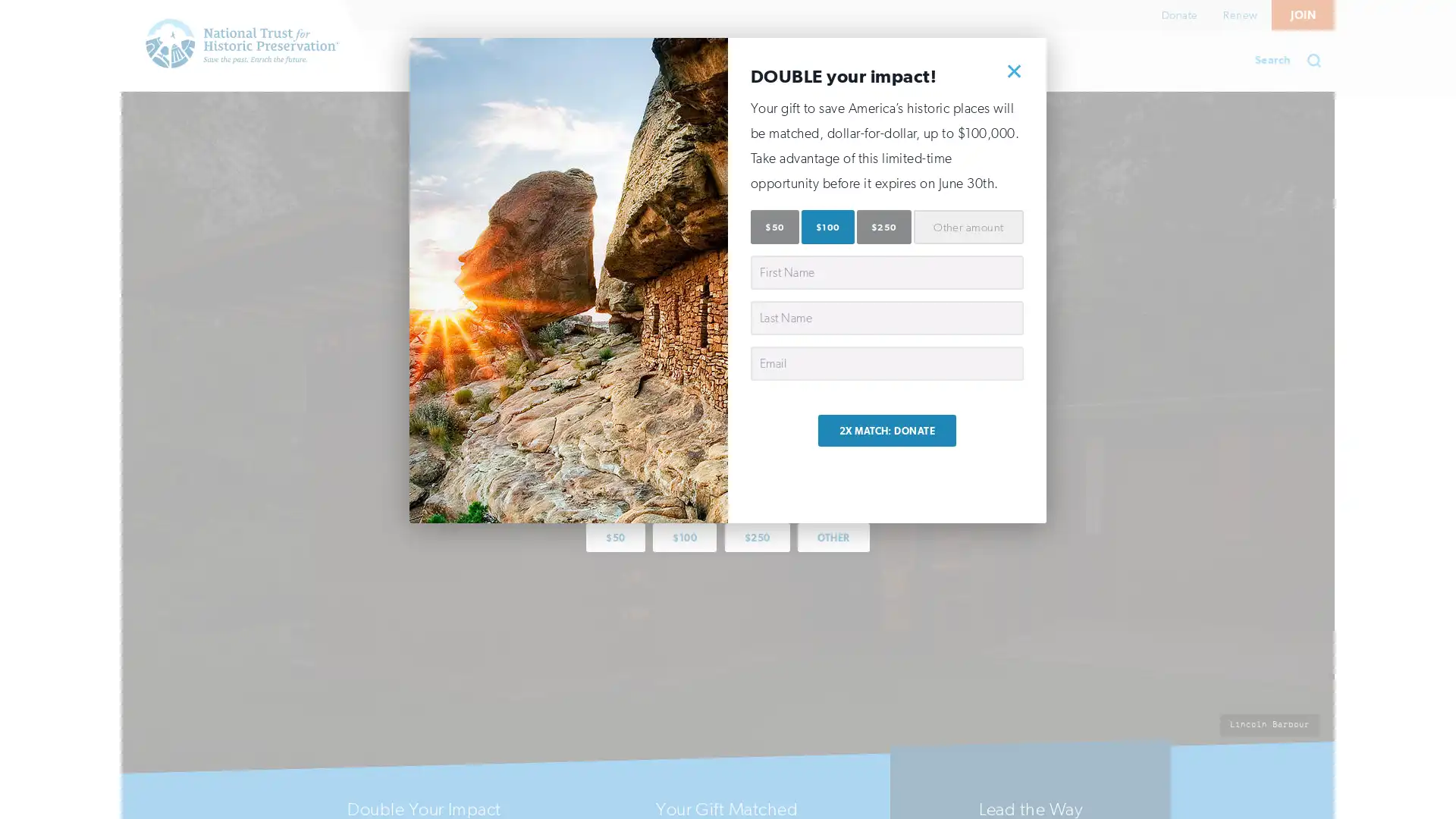 This screenshot has height=819, width=1456. Describe the element at coordinates (886, 430) in the screenshot. I see `2X MATCH: DONATE` at that location.